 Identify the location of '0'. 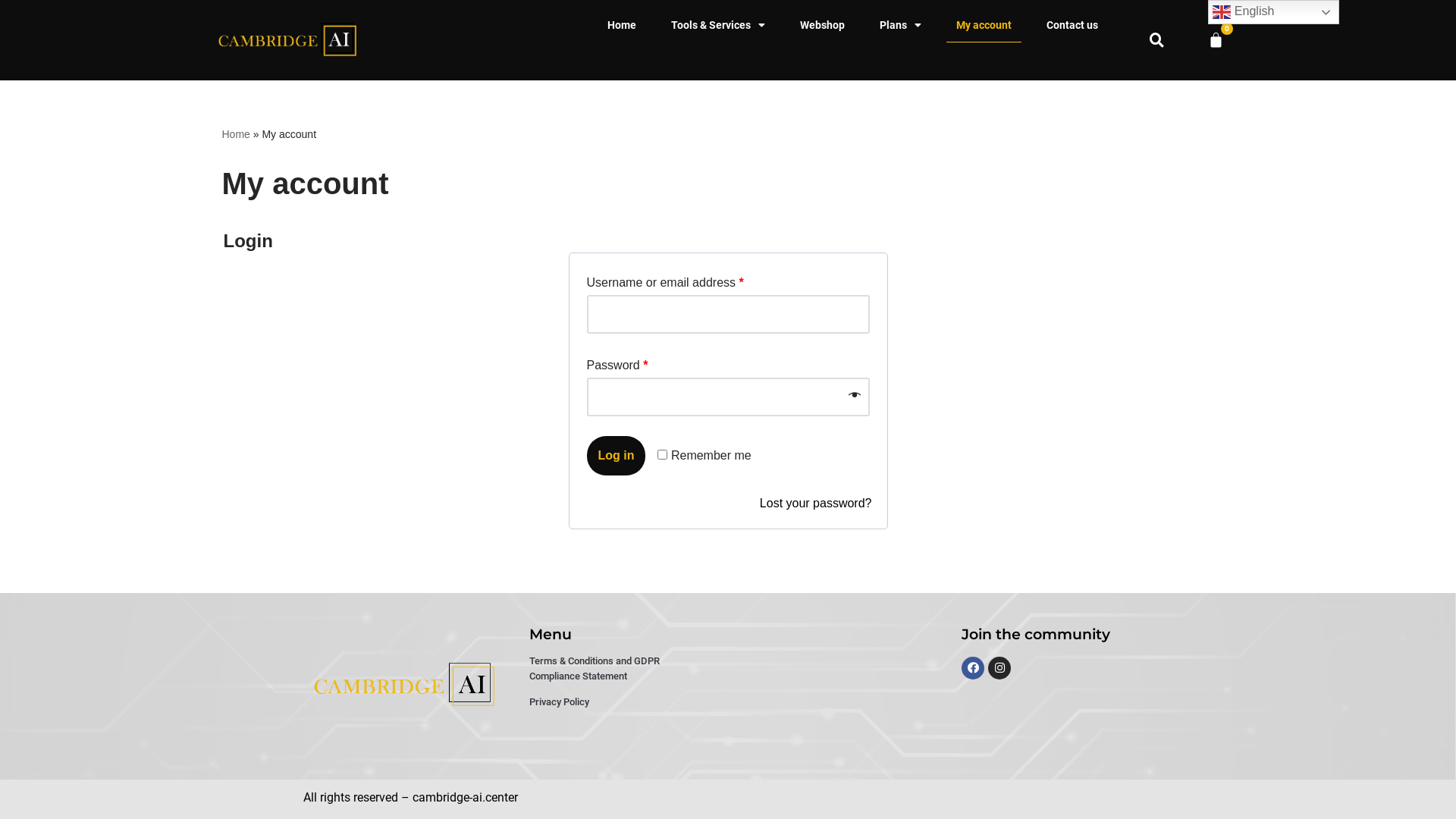
(1216, 39).